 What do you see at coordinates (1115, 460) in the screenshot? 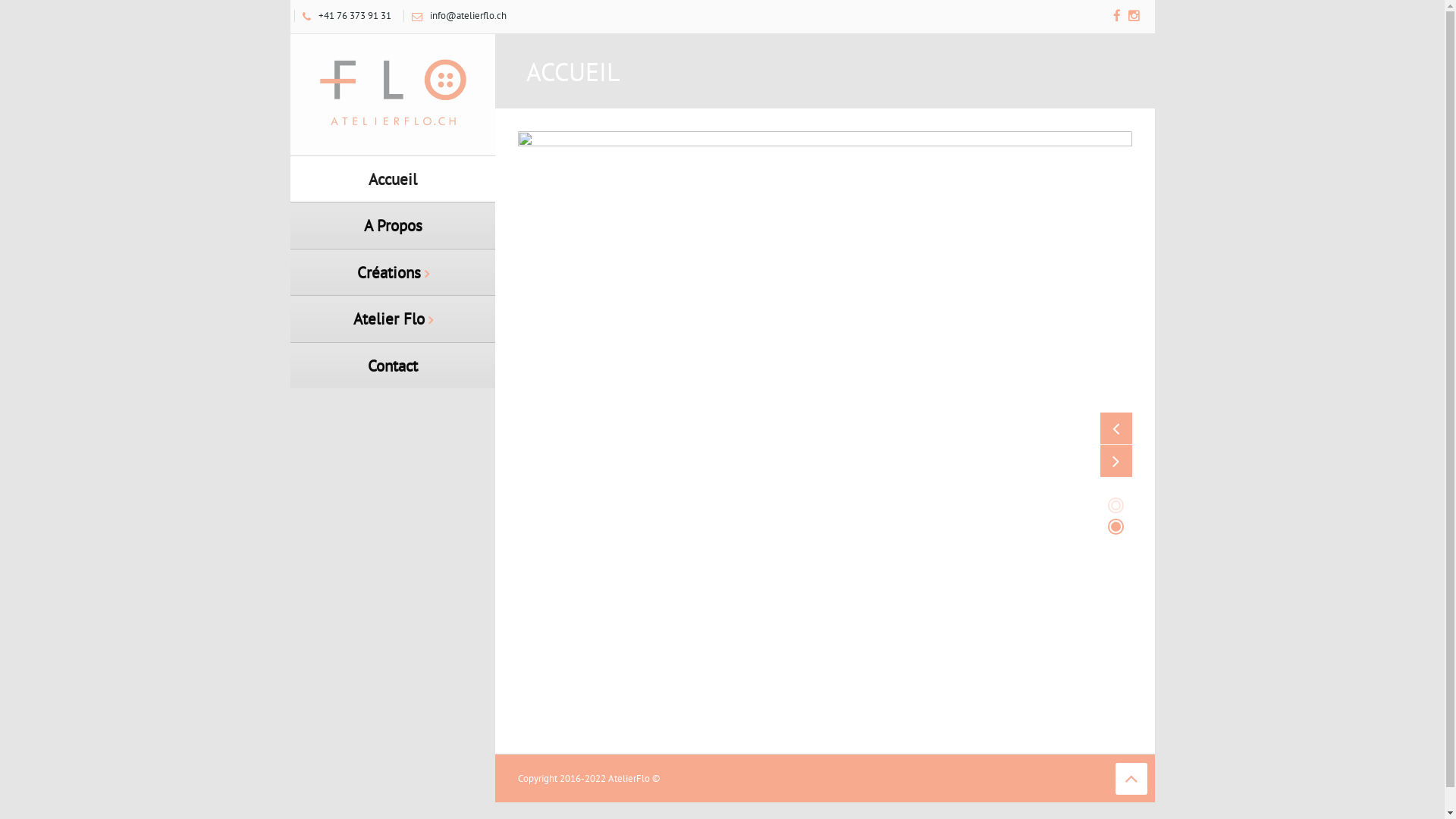
I see `'Next'` at bounding box center [1115, 460].